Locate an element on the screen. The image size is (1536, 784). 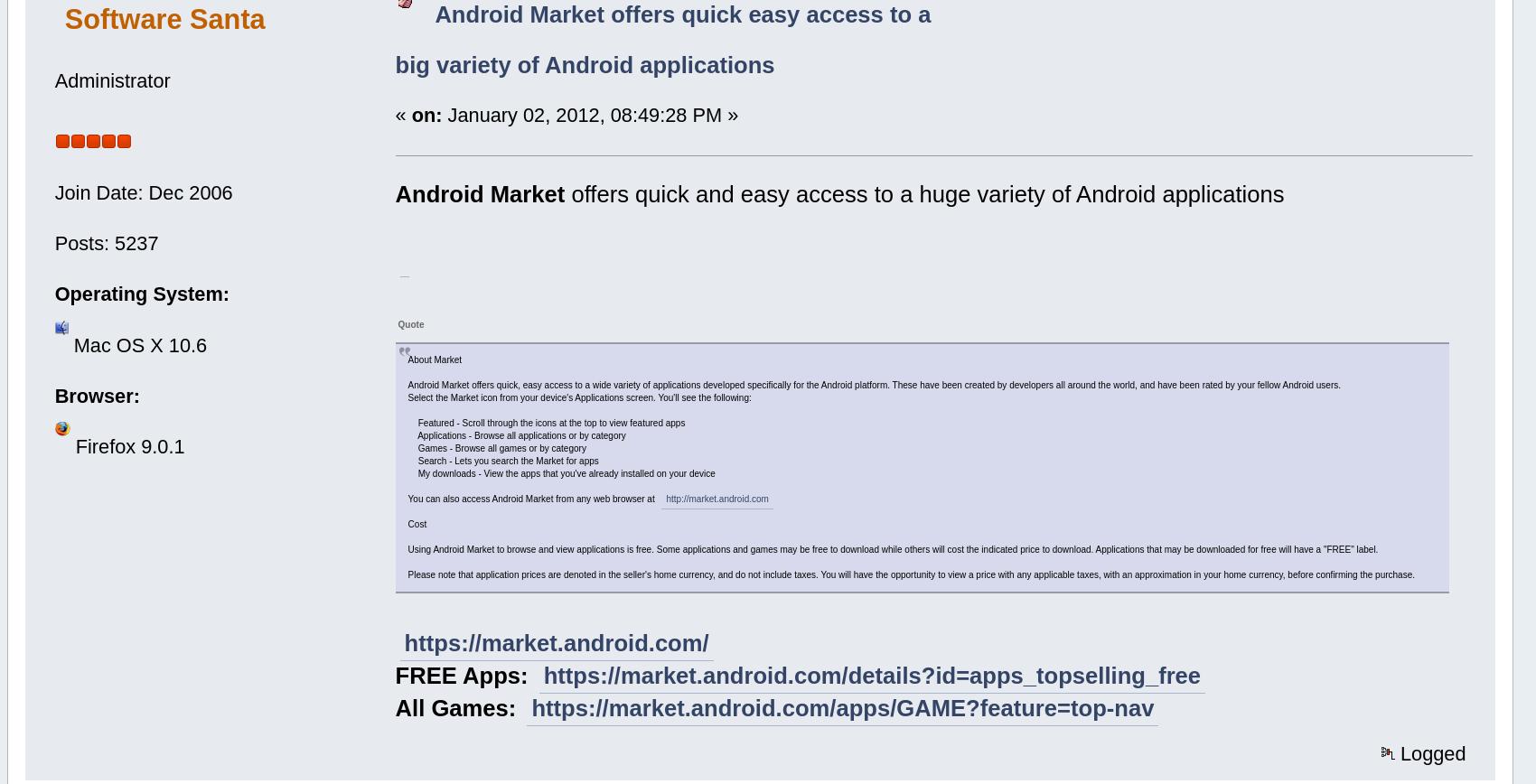
'Join Date: Dec 2006' is located at coordinates (142, 191).